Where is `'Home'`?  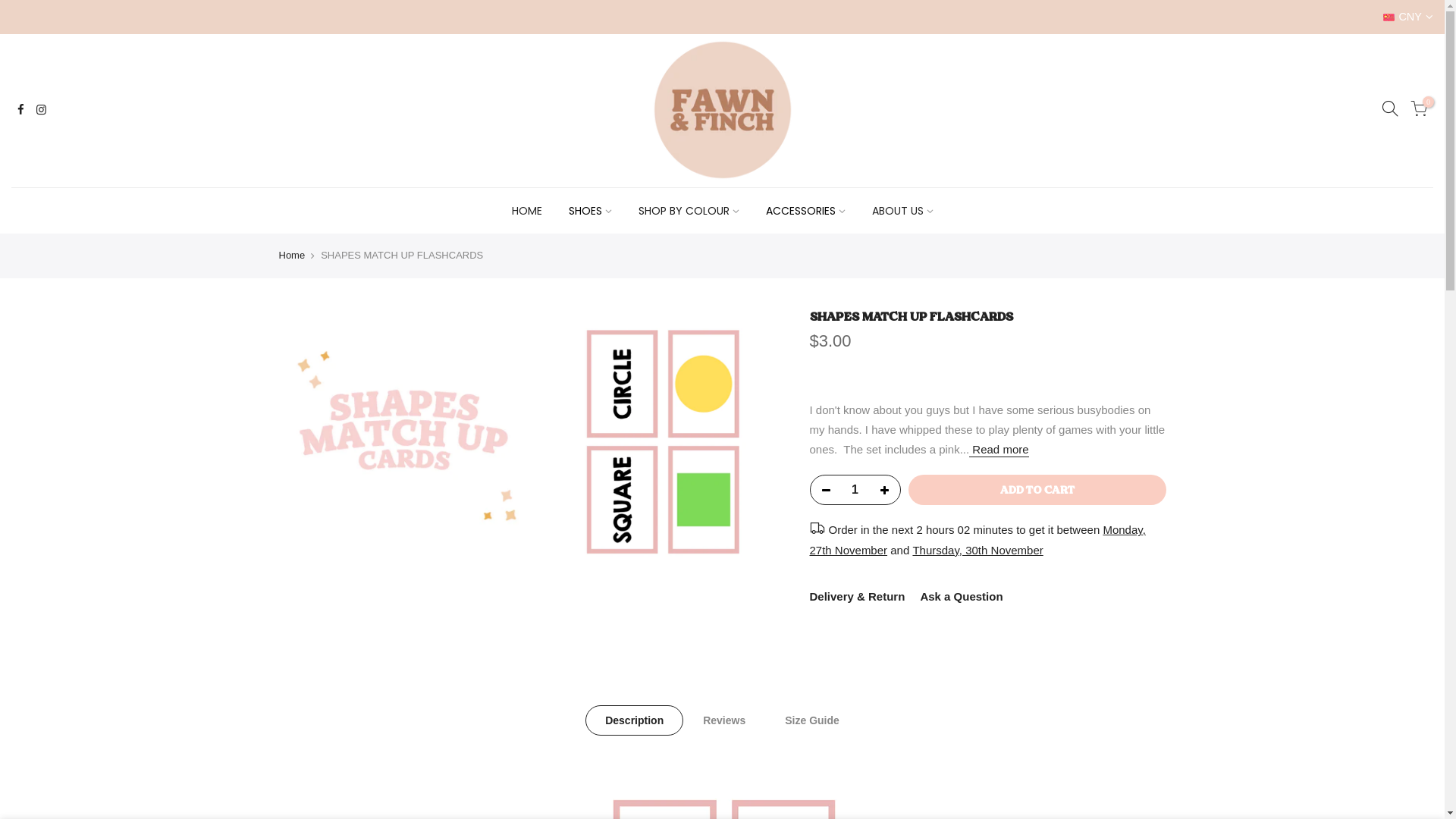
'Home' is located at coordinates (279, 254).